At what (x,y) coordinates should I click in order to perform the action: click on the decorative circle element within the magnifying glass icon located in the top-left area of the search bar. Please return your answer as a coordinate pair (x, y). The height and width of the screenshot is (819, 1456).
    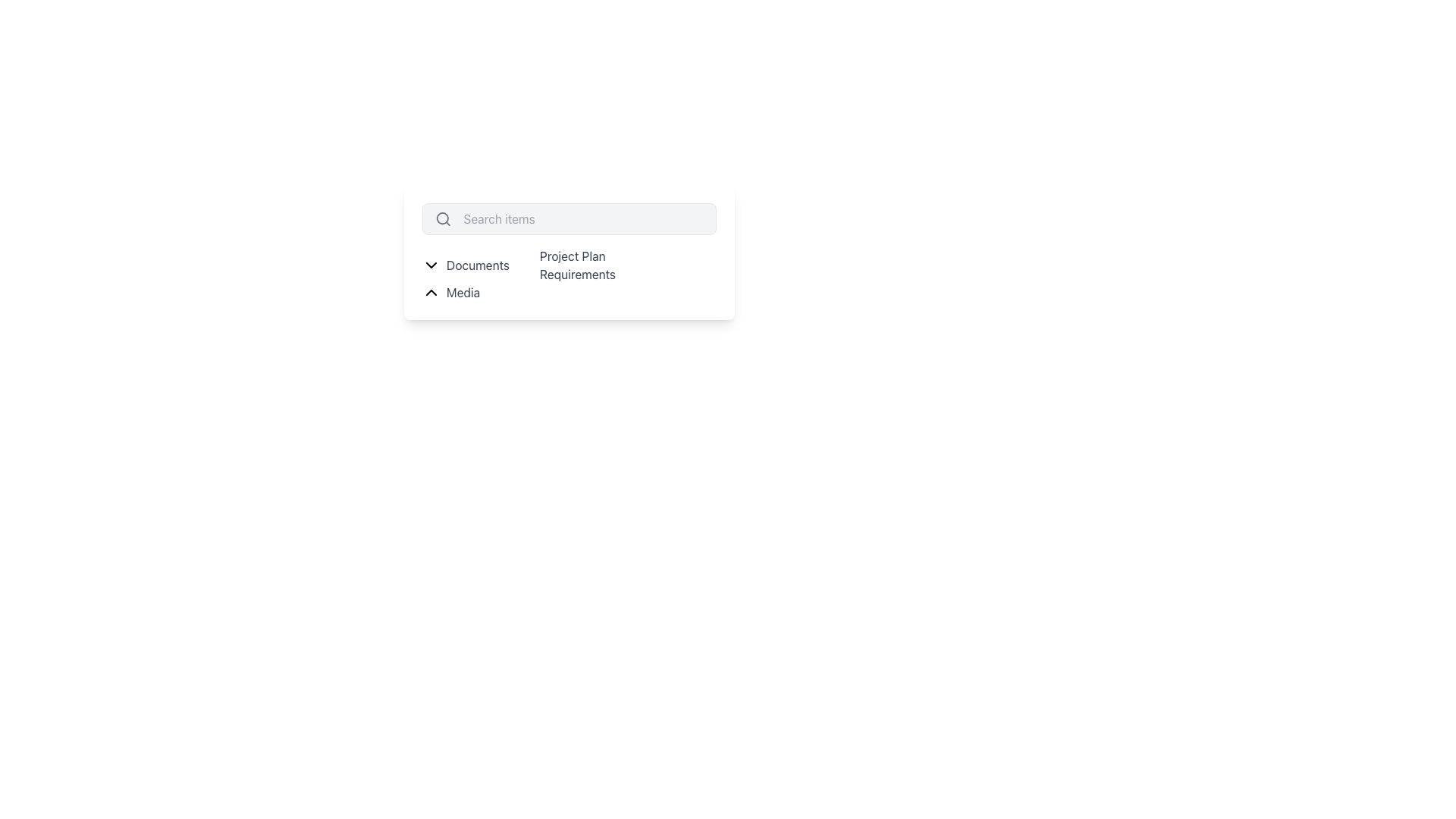
    Looking at the image, I should click on (441, 218).